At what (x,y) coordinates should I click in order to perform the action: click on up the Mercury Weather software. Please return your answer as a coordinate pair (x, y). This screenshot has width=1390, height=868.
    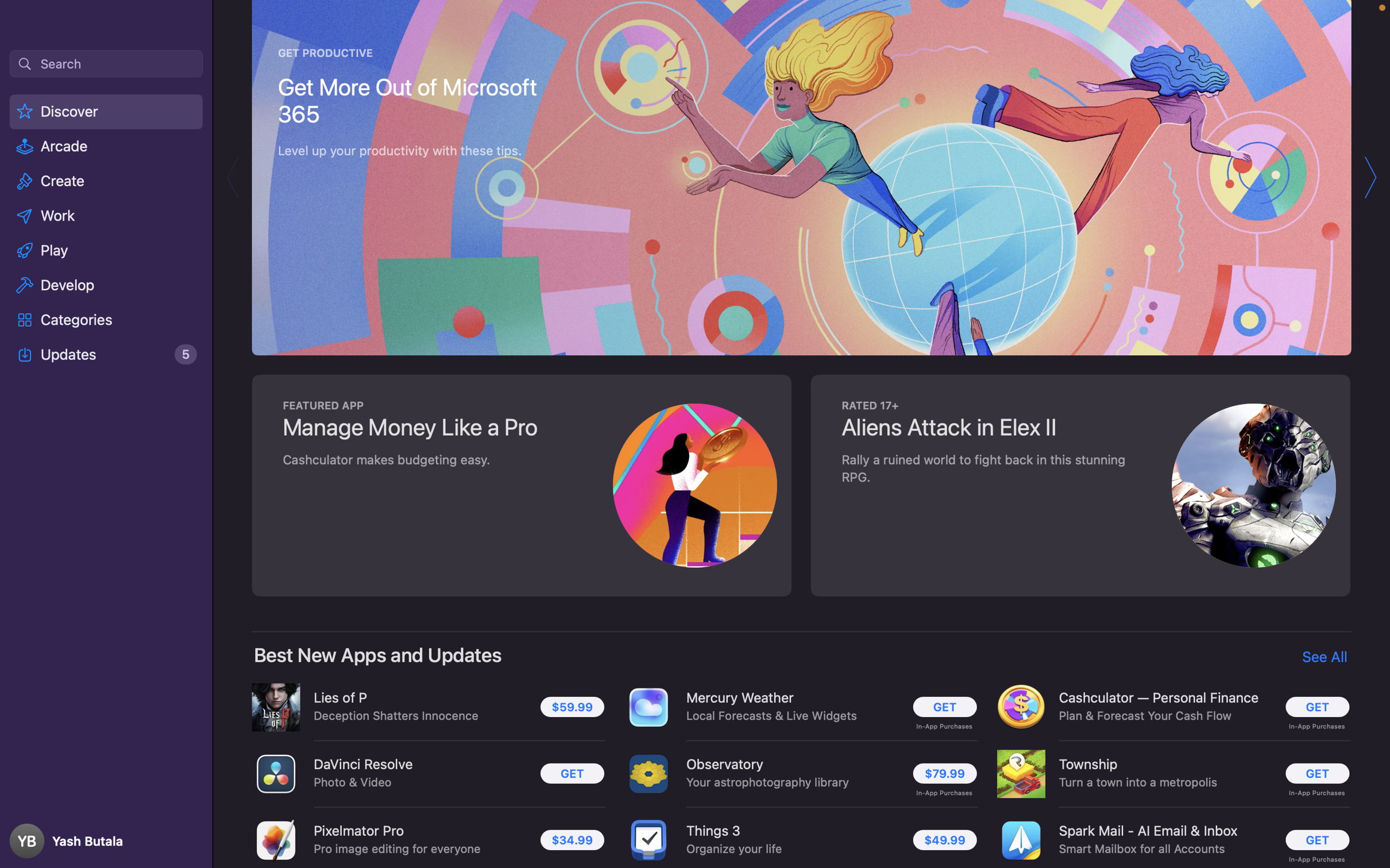
    Looking at the image, I should click on (944, 708).